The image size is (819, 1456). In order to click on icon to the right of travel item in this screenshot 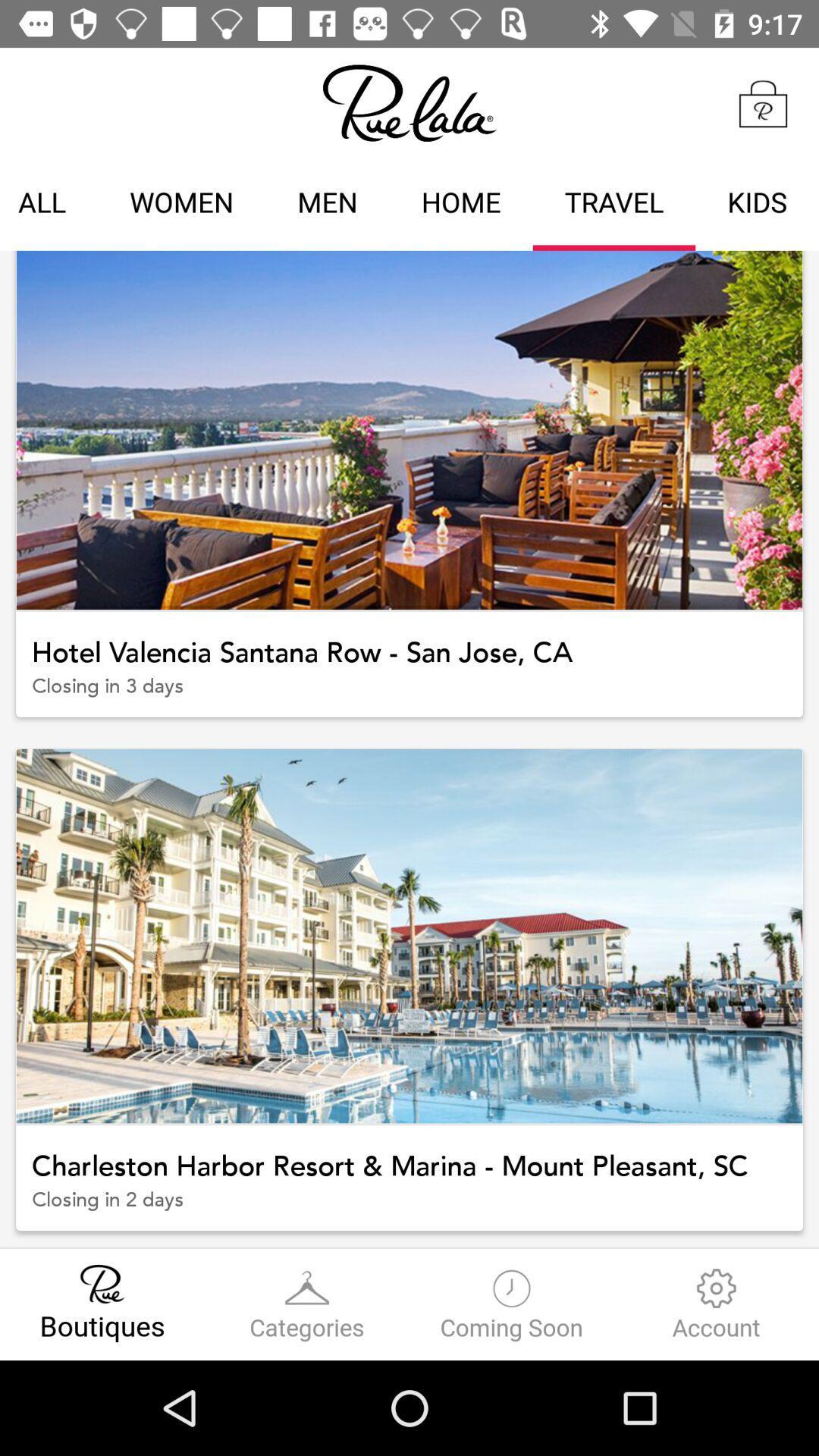, I will do `click(757, 204)`.